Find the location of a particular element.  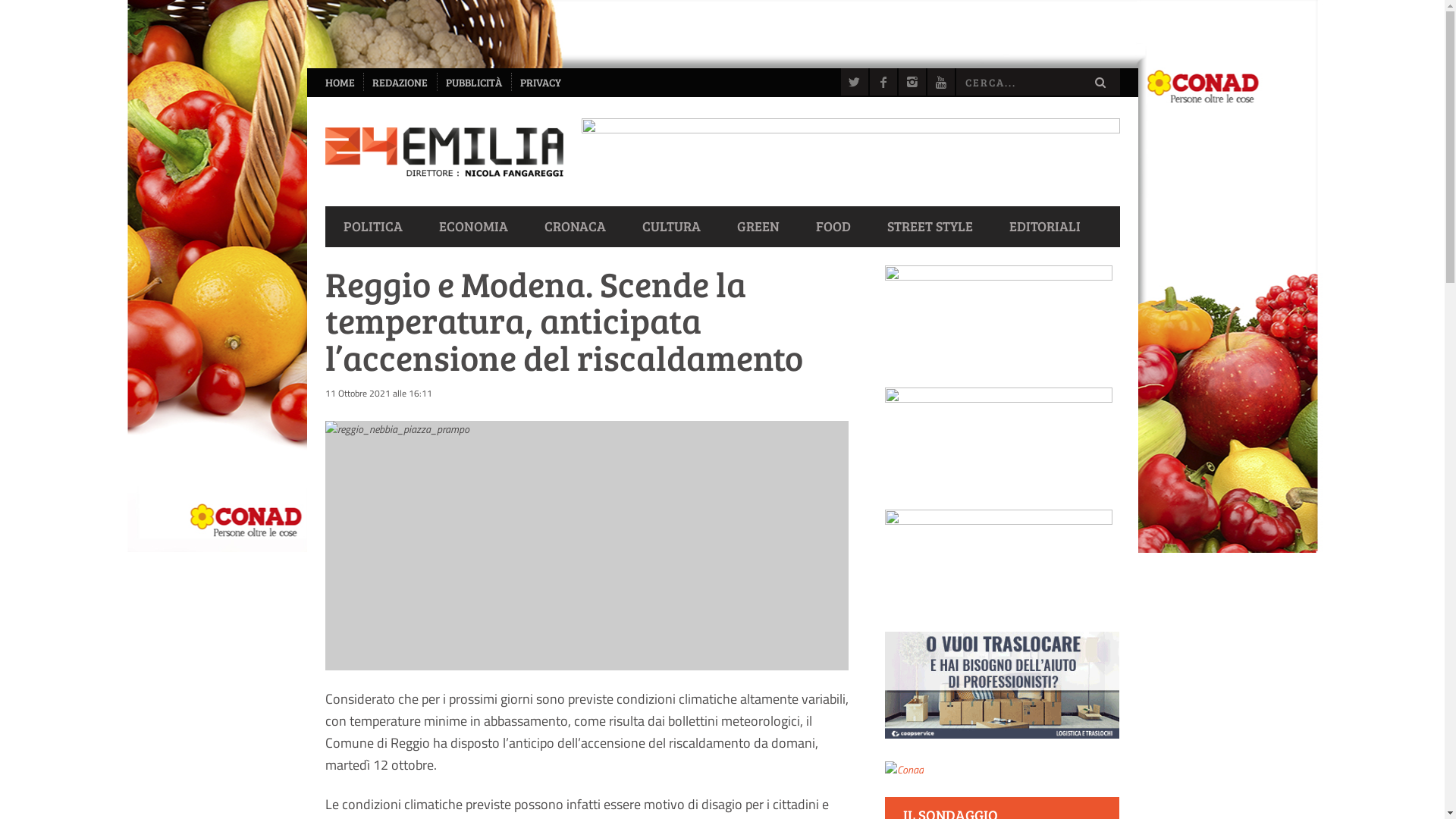

'CRONACA' is located at coordinates (574, 226).